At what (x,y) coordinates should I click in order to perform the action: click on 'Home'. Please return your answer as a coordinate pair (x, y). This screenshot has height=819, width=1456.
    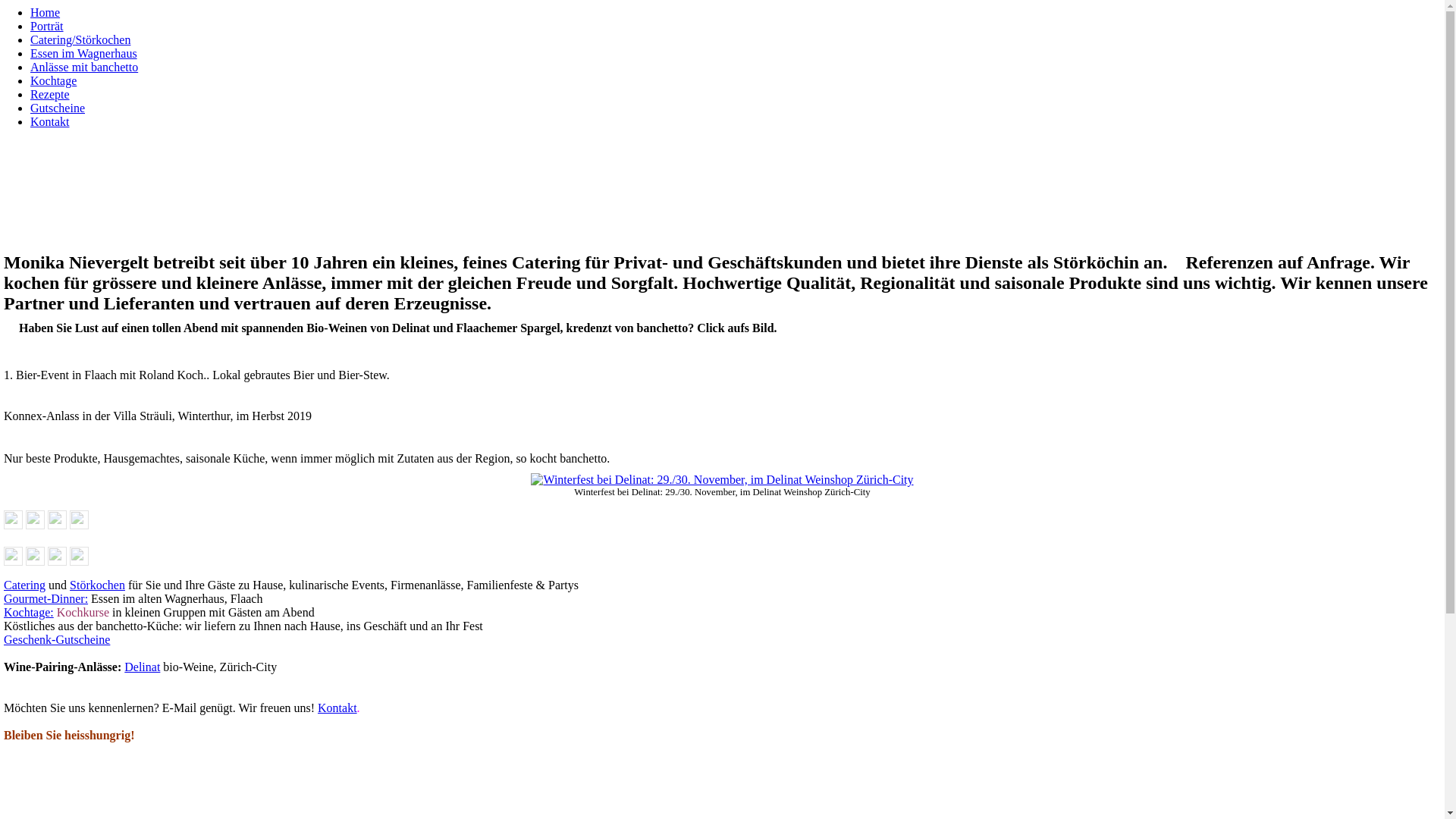
    Looking at the image, I should click on (45, 12).